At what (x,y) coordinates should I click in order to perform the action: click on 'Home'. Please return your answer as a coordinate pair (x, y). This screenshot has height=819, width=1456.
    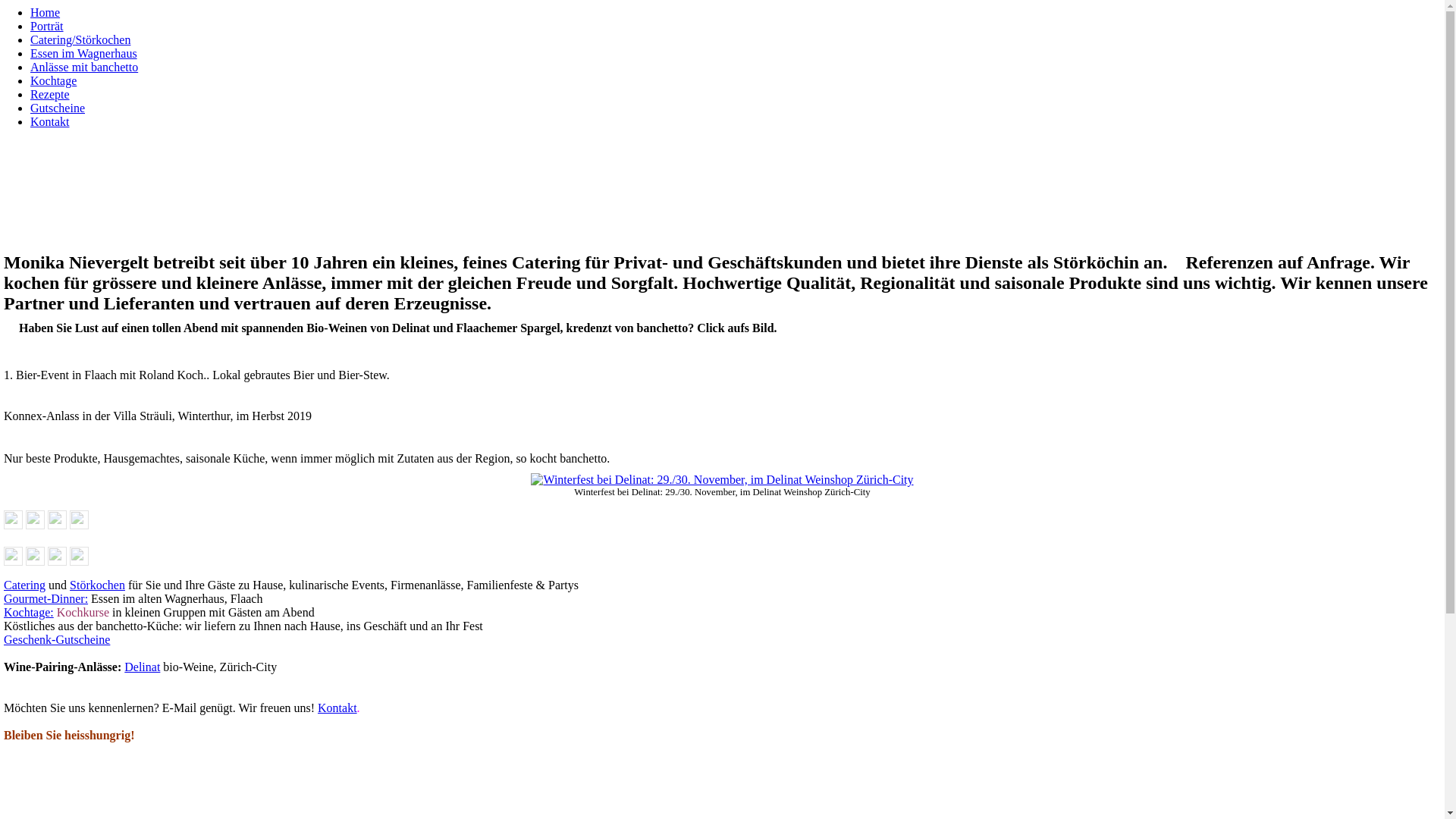
    Looking at the image, I should click on (45, 12).